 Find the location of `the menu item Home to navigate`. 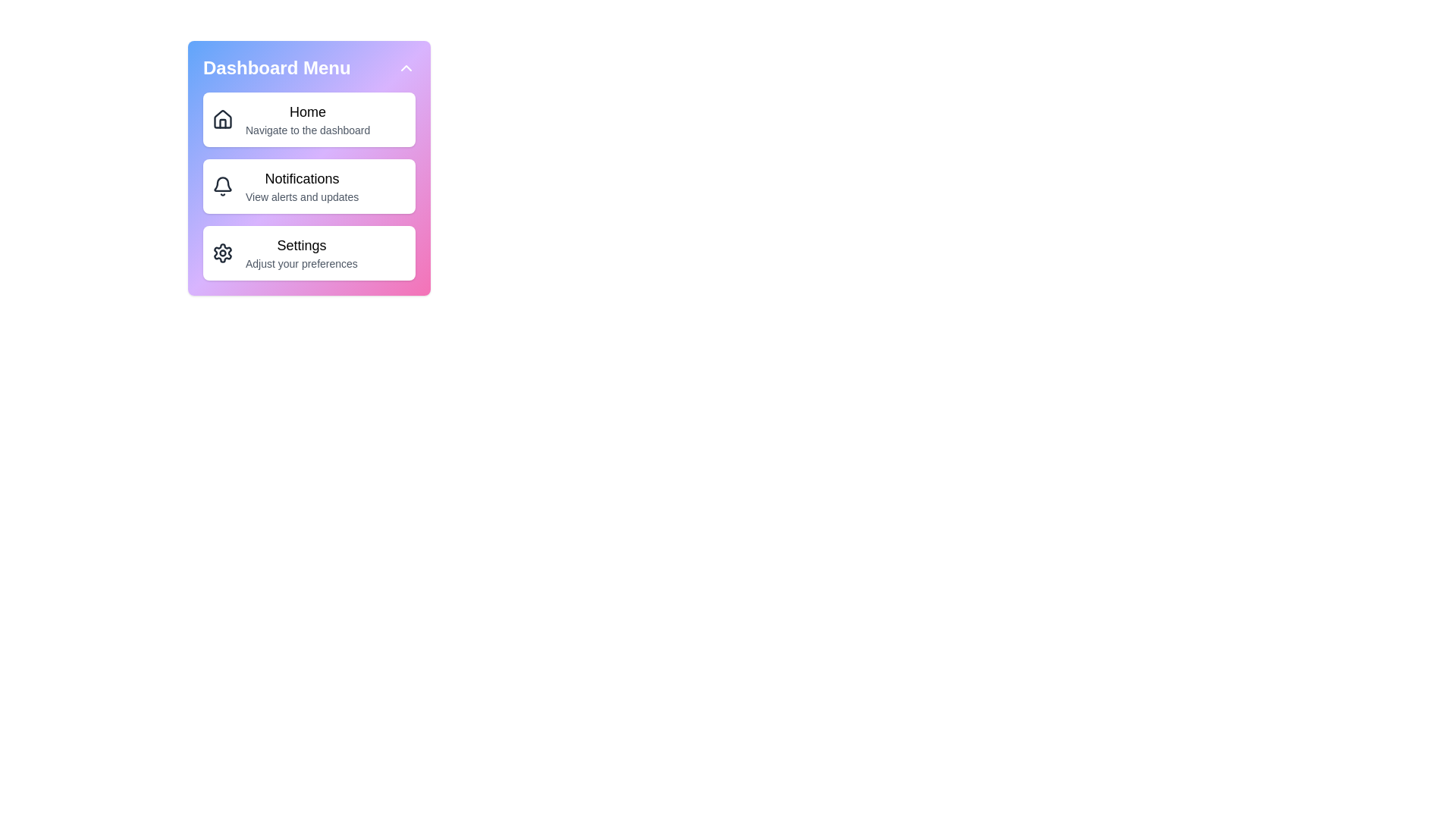

the menu item Home to navigate is located at coordinates (309, 119).